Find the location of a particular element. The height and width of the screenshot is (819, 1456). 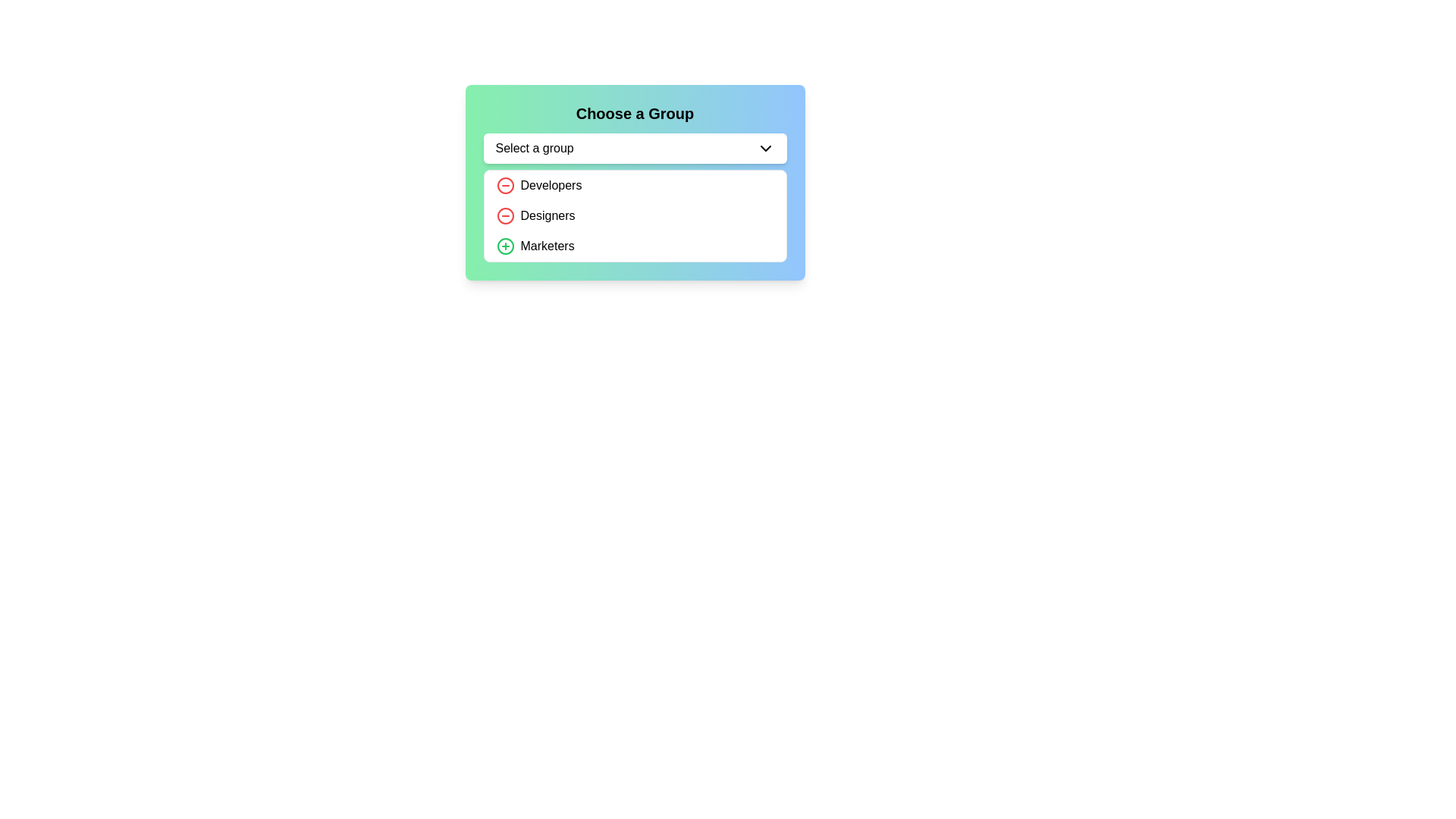

the circular outline SVG element associated with the 'Marketers' list item in the dropdown menu, located at the leftmost side of the row is located at coordinates (505, 245).